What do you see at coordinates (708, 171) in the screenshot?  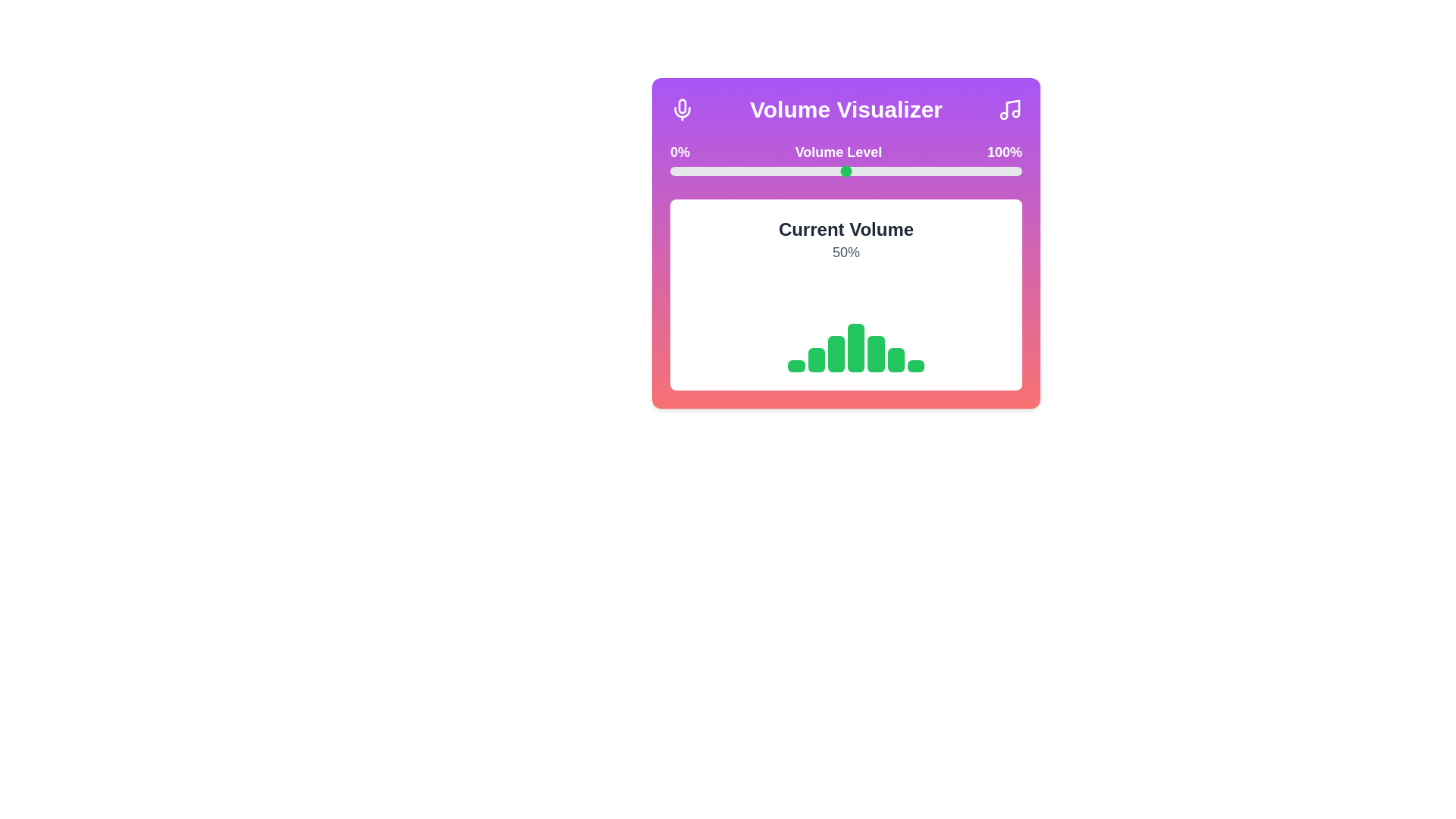 I see `the volume slider to set the volume to 11%` at bounding box center [708, 171].